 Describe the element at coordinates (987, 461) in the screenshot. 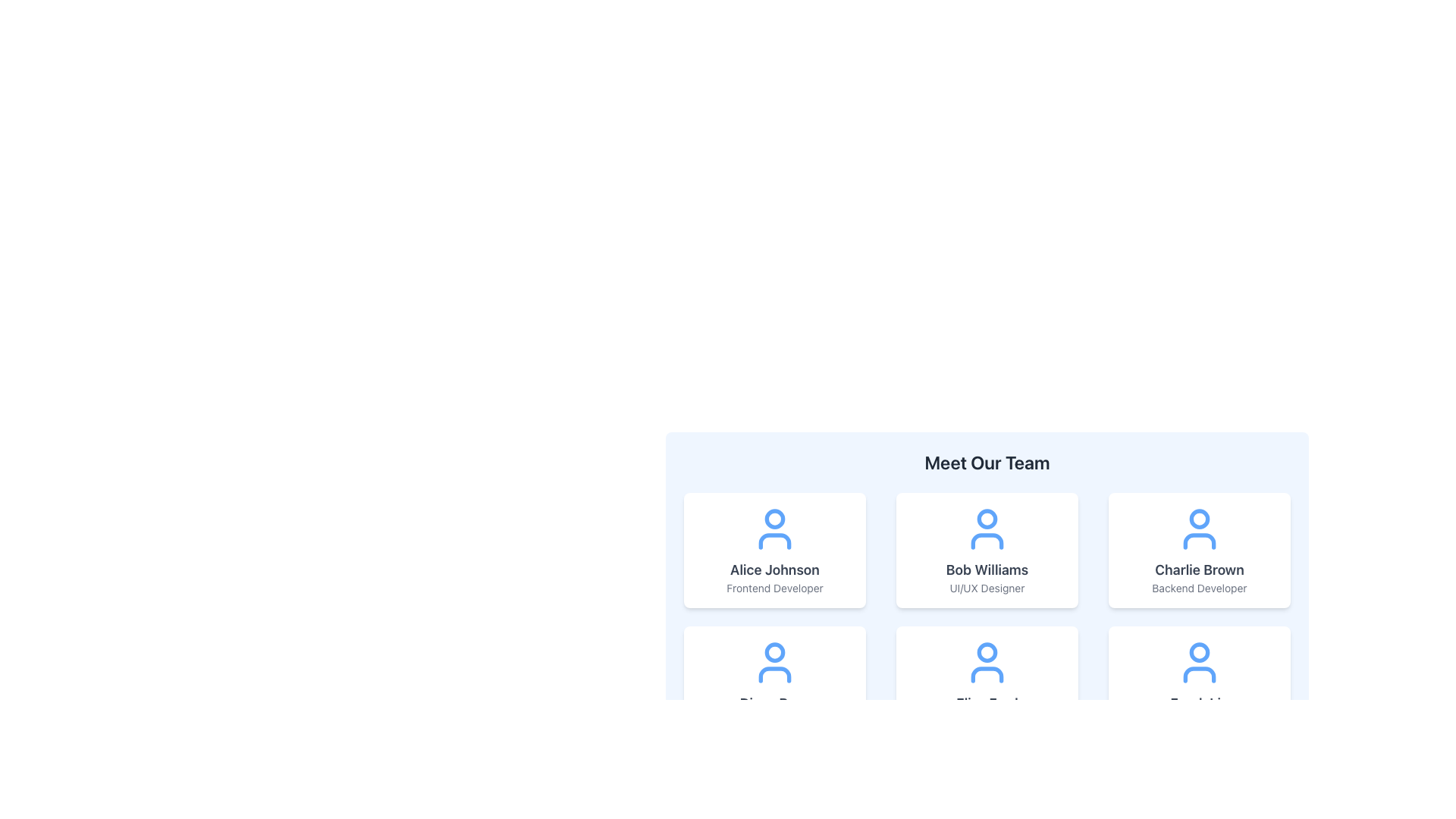

I see `text from the header labeled 'Meet Our Team', which is prominently displayed in a large bold font against a light background, positioned at the top of the team member profiles grid` at that location.